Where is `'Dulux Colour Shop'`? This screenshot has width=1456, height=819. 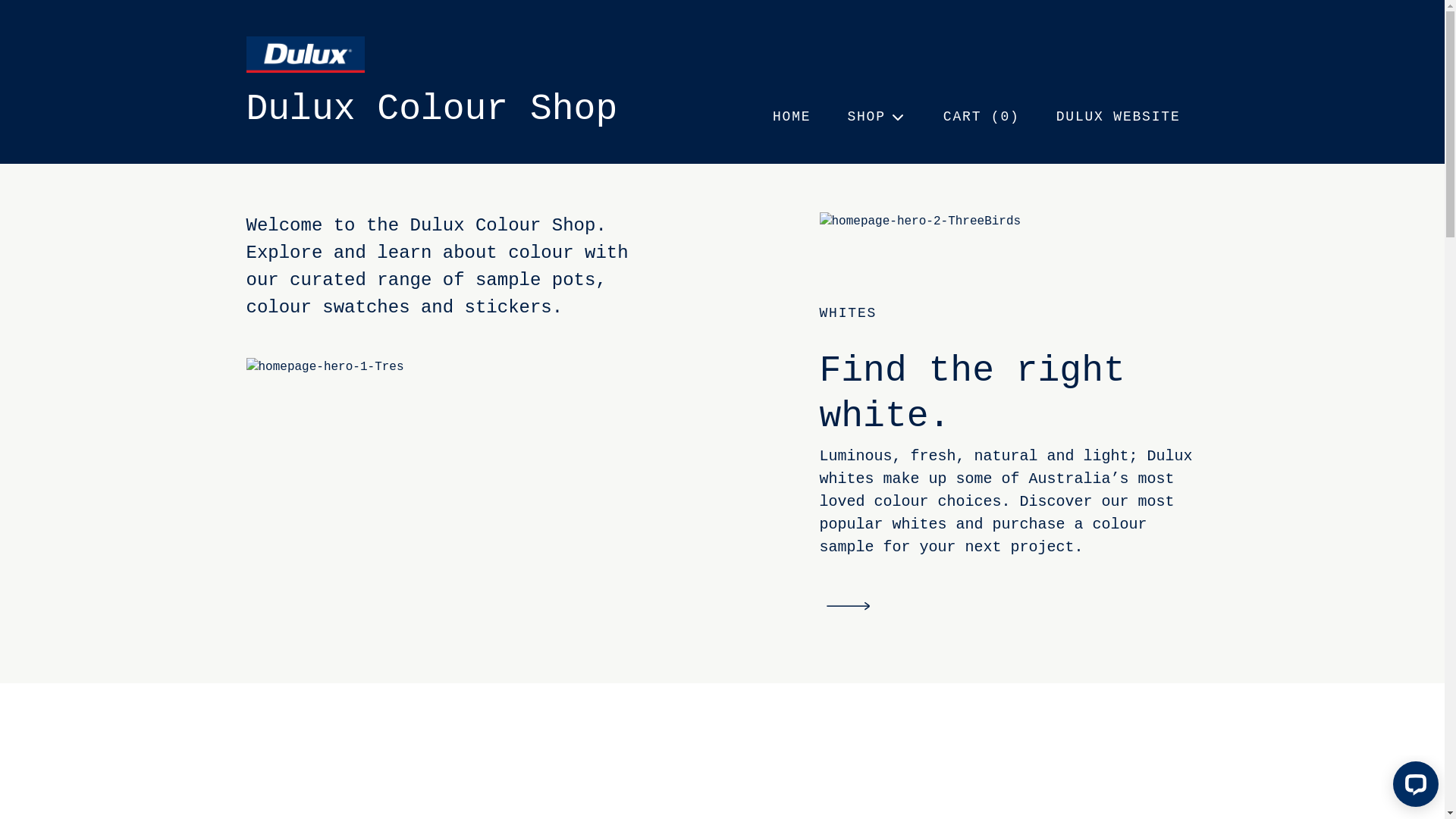
'Dulux Colour Shop' is located at coordinates (431, 108).